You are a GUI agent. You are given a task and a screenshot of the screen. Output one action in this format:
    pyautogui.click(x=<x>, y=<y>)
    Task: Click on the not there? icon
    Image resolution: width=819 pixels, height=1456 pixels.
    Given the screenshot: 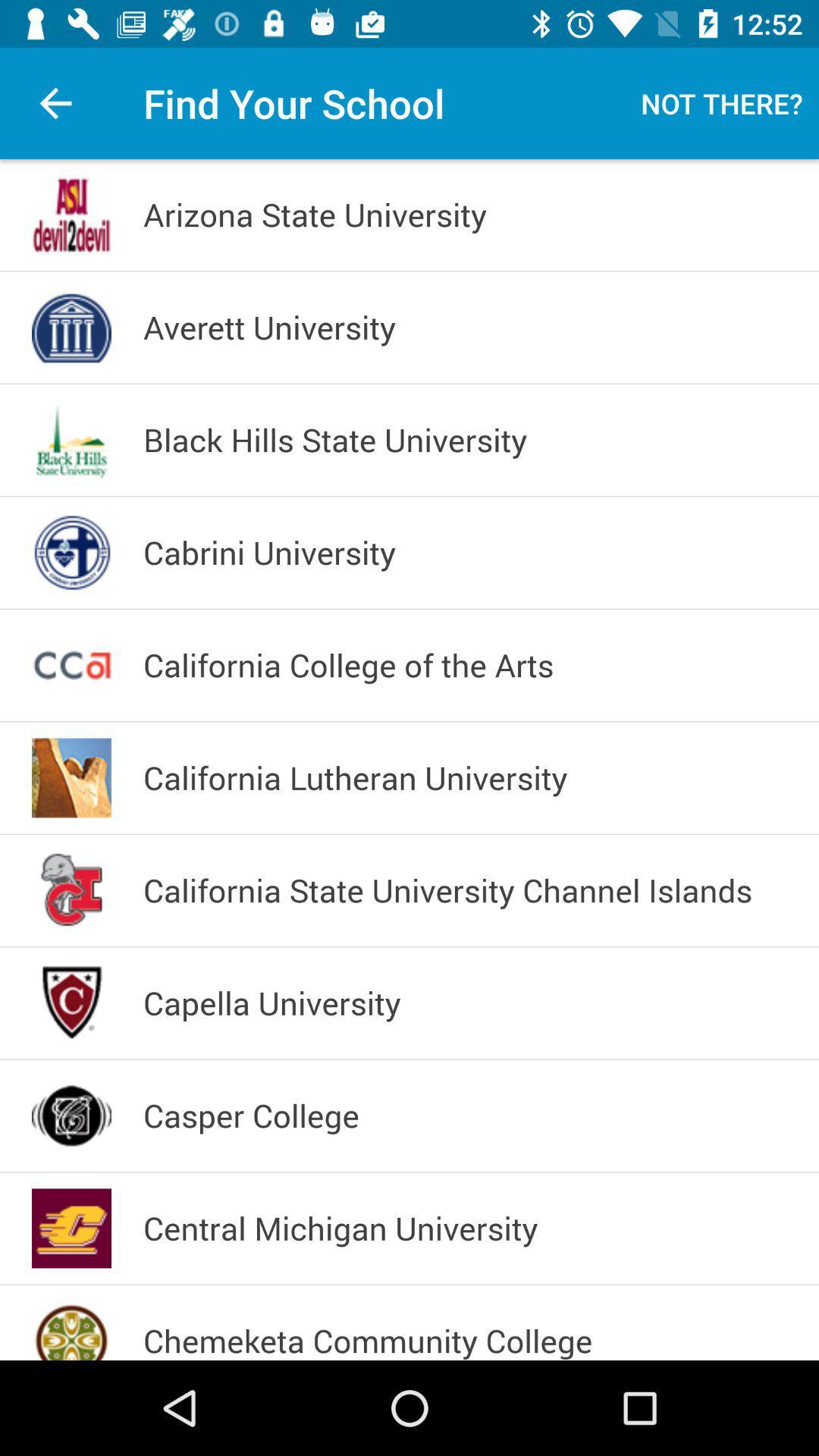 What is the action you would take?
    pyautogui.click(x=721, y=102)
    